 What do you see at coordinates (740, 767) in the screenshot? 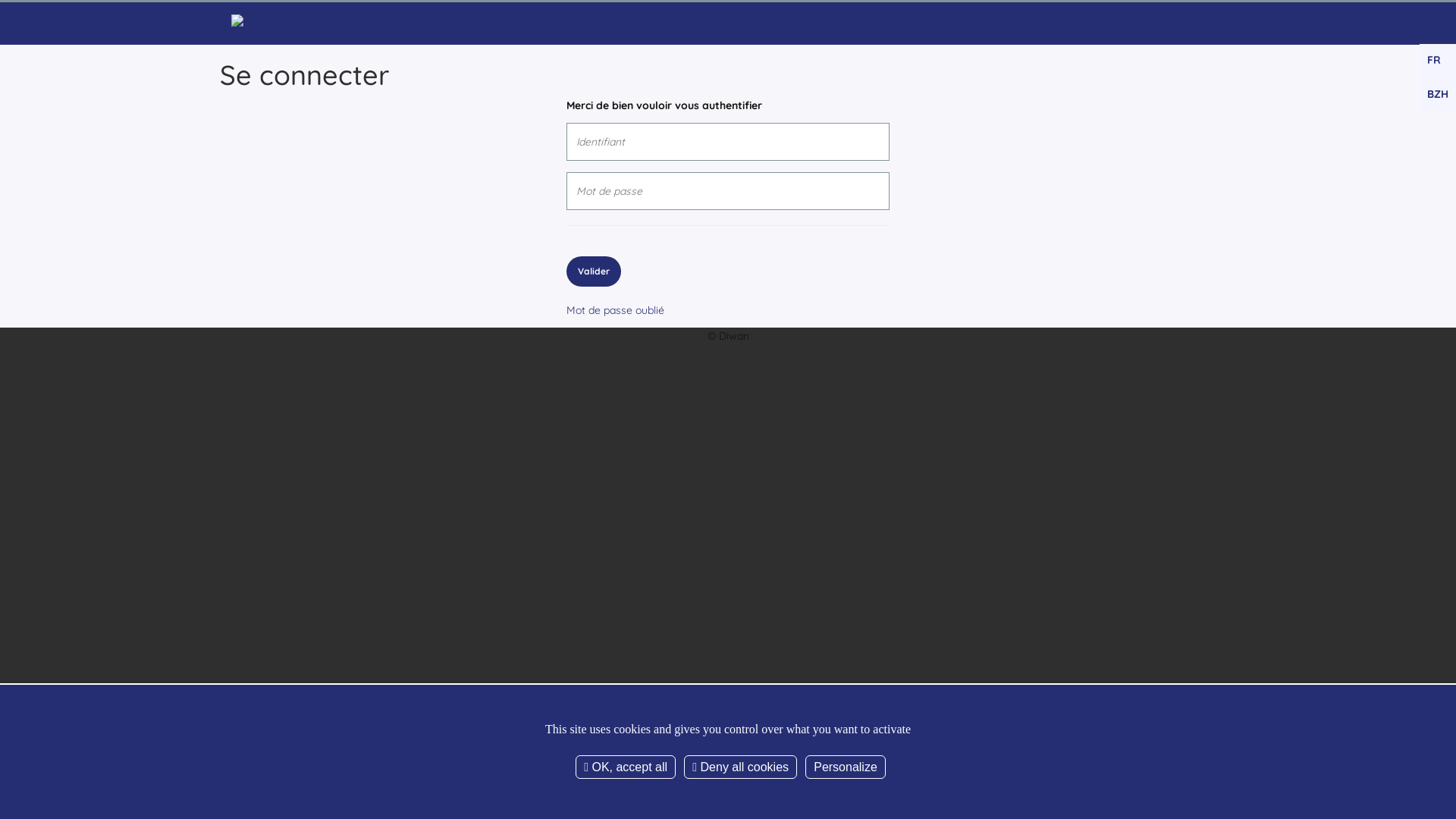
I see `'Deny all cookies'` at bounding box center [740, 767].